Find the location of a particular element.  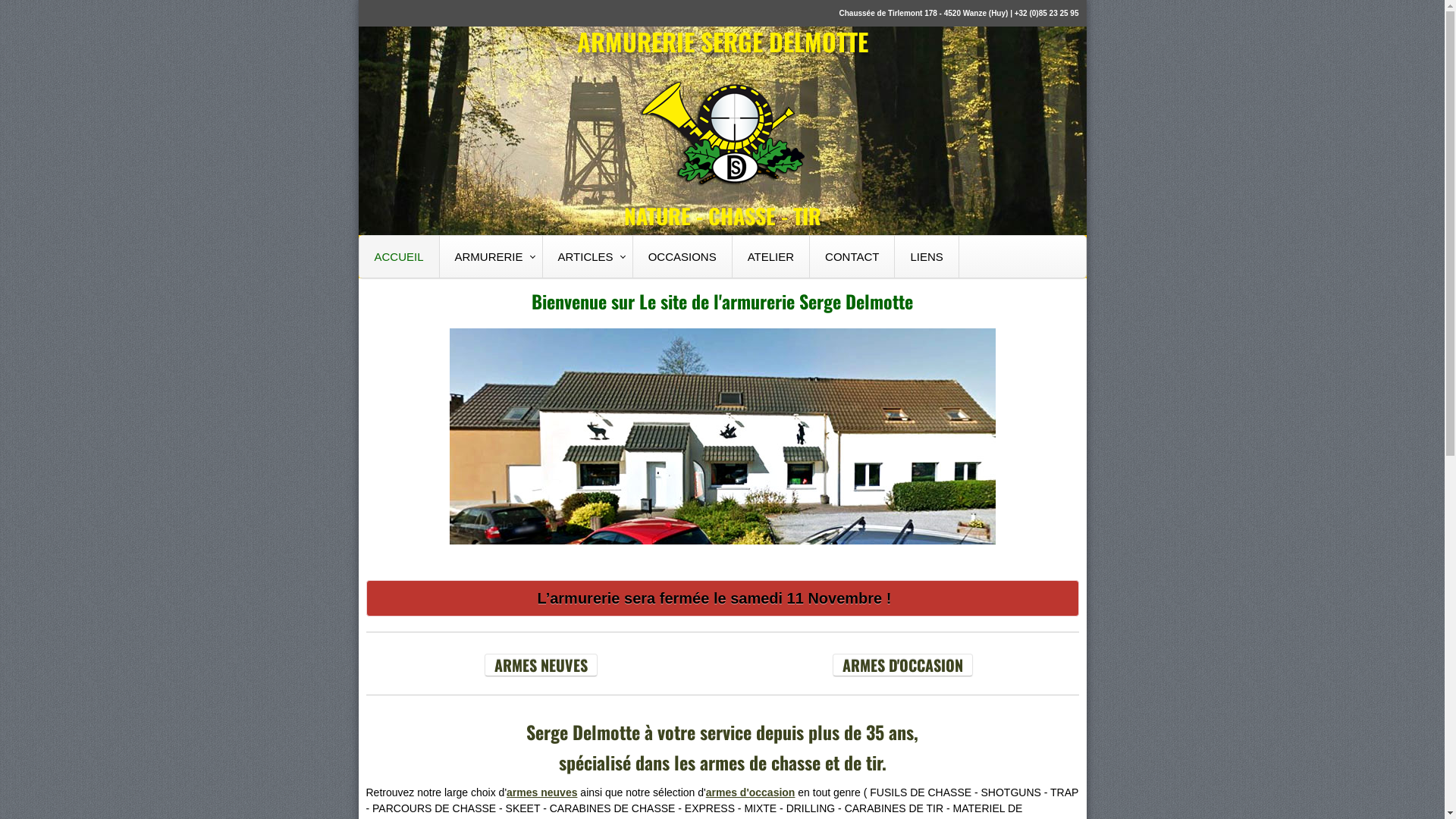

'ARMES NEUVES' is located at coordinates (541, 664).